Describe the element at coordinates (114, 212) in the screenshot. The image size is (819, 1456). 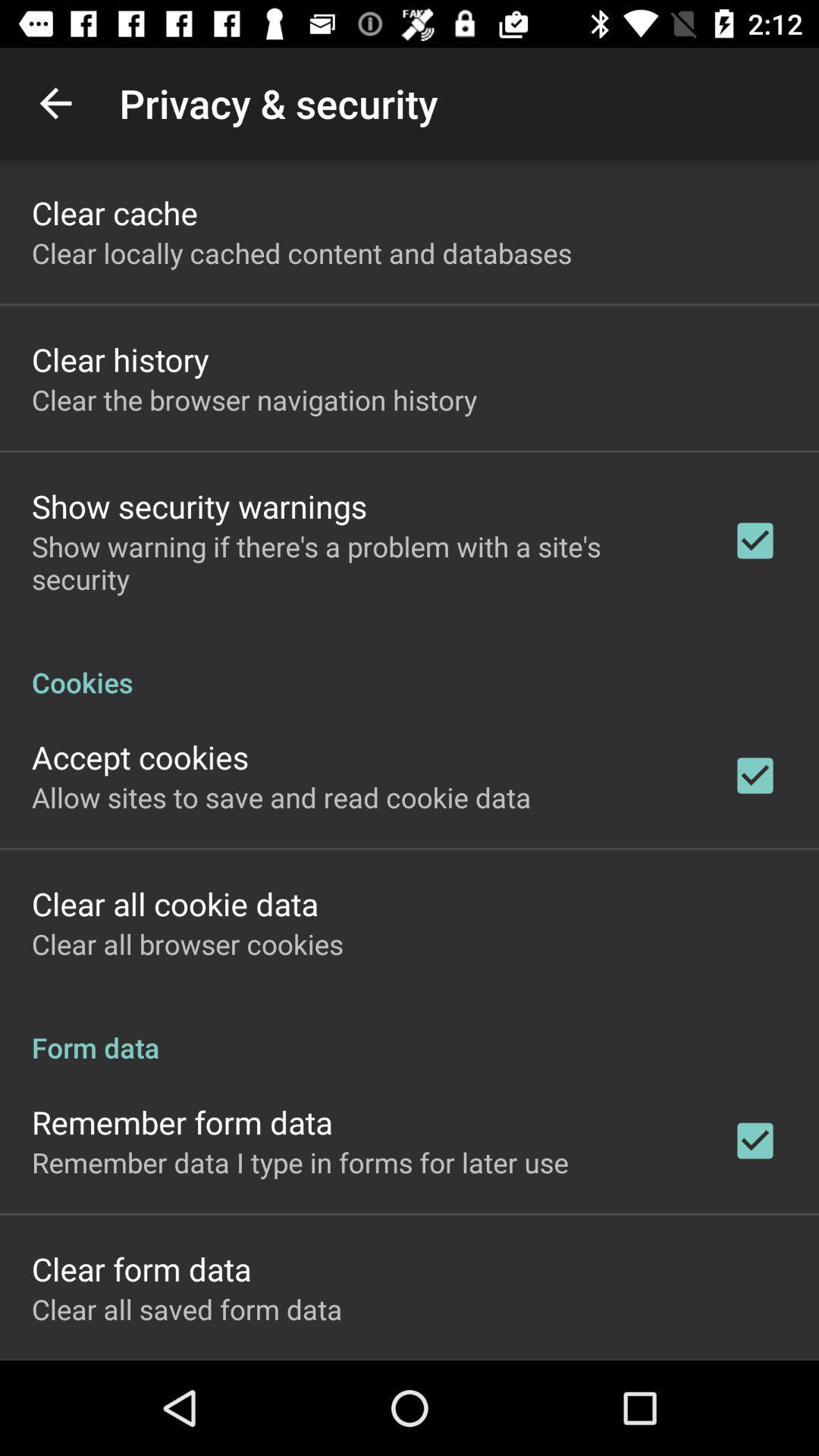
I see `the clear cache app` at that location.